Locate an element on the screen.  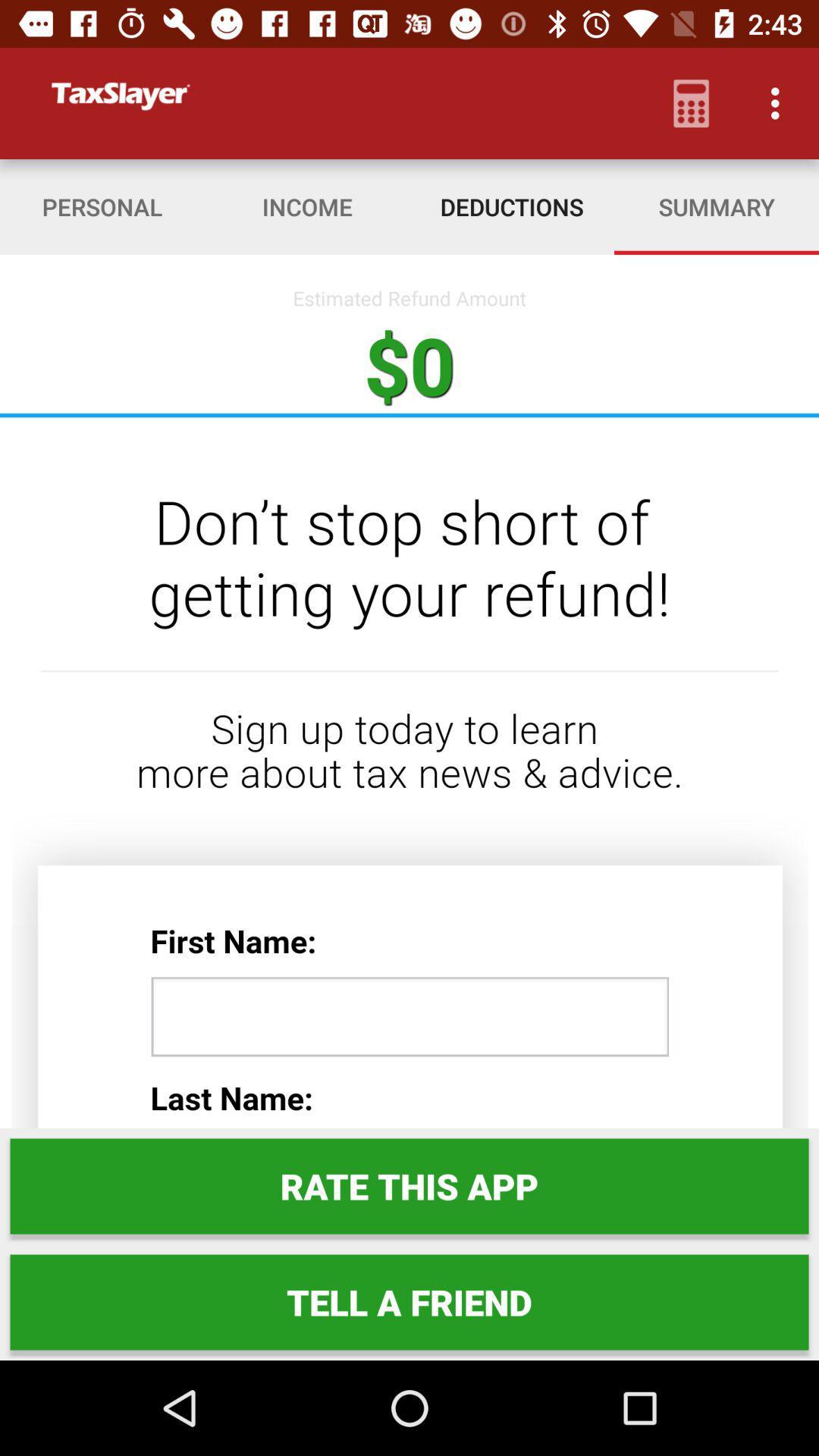
the icon above the summary item is located at coordinates (779, 102).